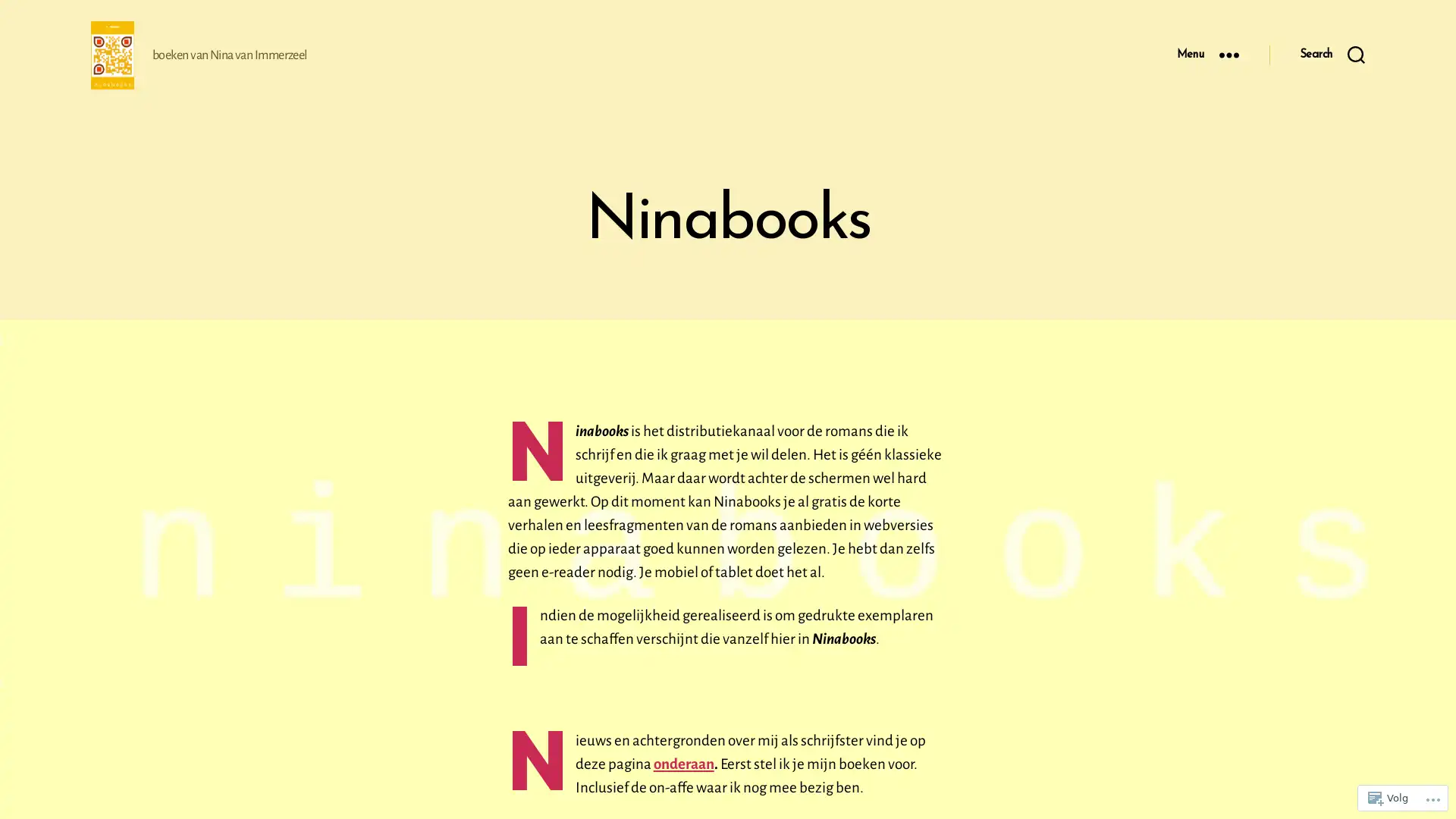  I want to click on Search, so click(1331, 54).